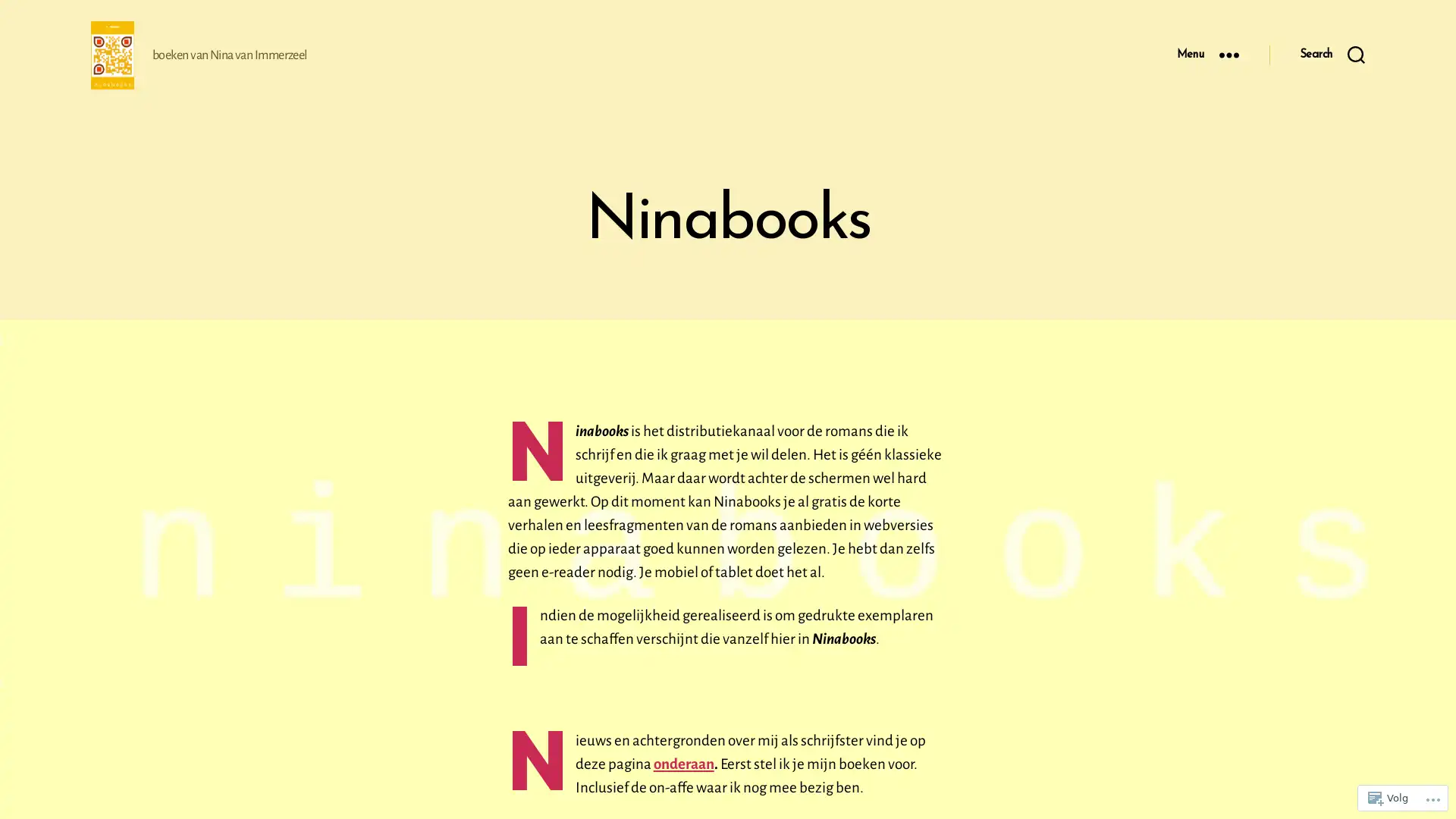  I want to click on Search, so click(1331, 54).